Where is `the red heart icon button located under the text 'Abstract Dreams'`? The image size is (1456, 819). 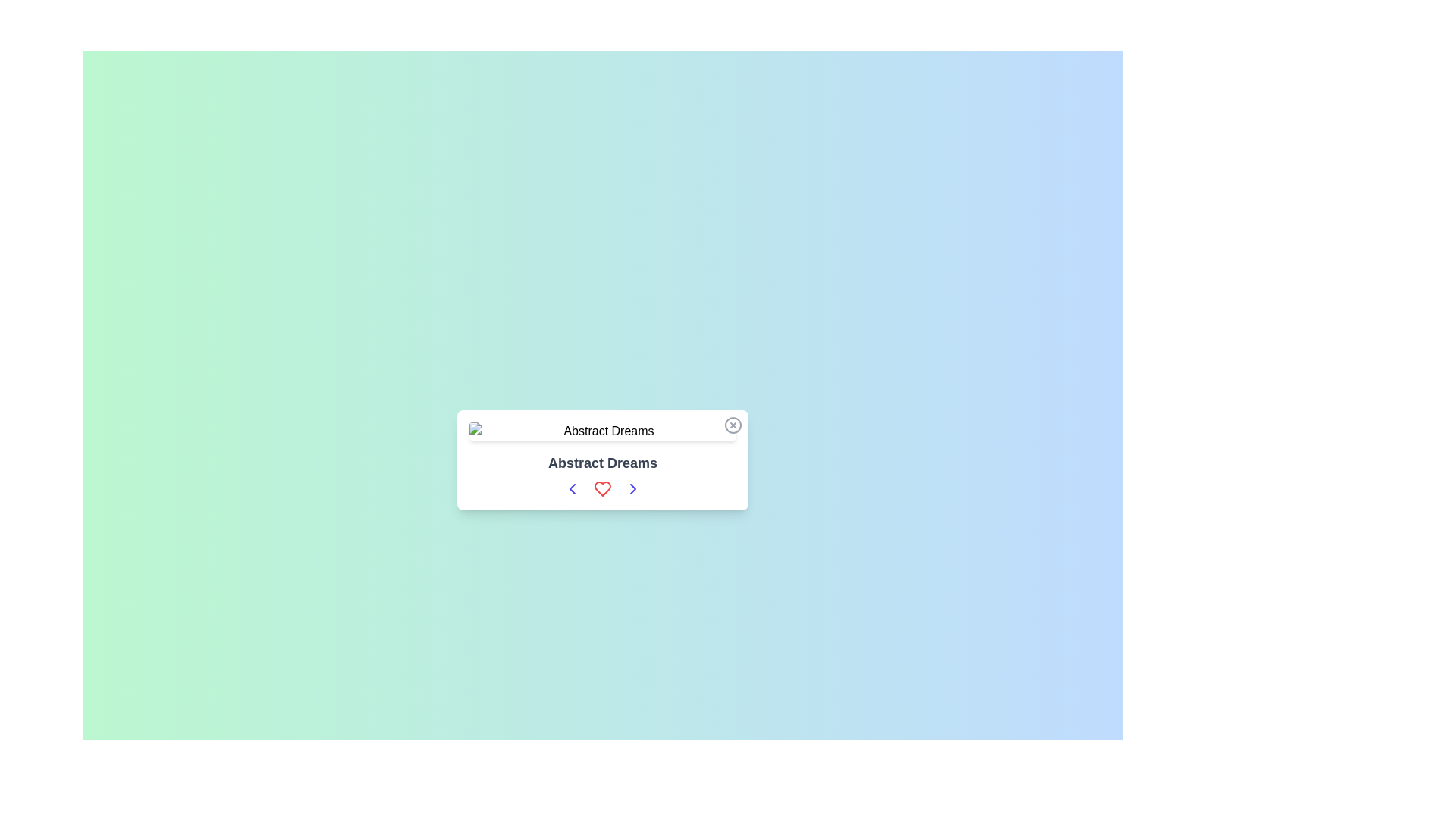 the red heart icon button located under the text 'Abstract Dreams' is located at coordinates (602, 488).